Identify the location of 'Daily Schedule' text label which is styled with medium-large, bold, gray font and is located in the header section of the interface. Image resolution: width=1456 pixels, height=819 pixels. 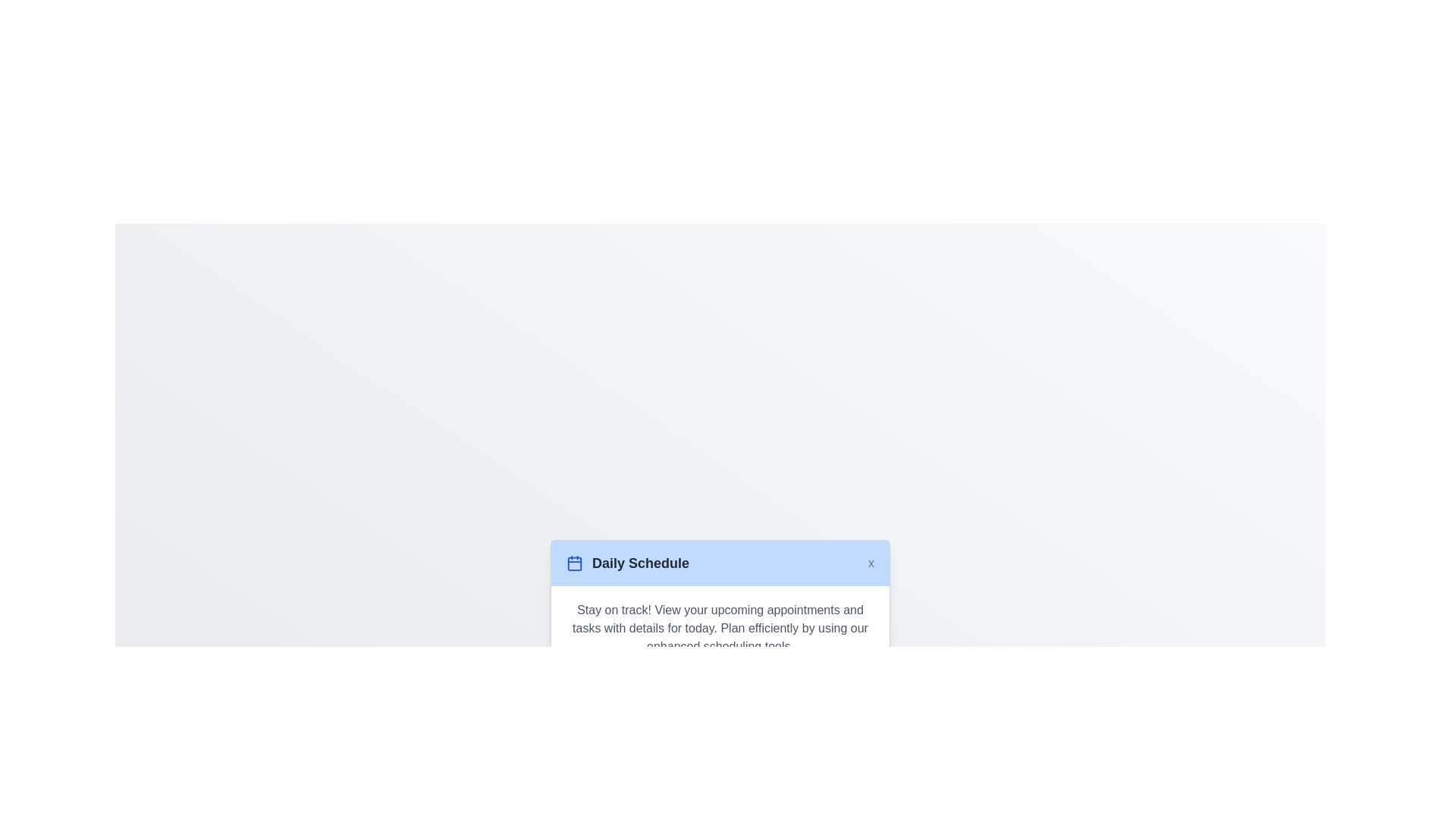
(640, 563).